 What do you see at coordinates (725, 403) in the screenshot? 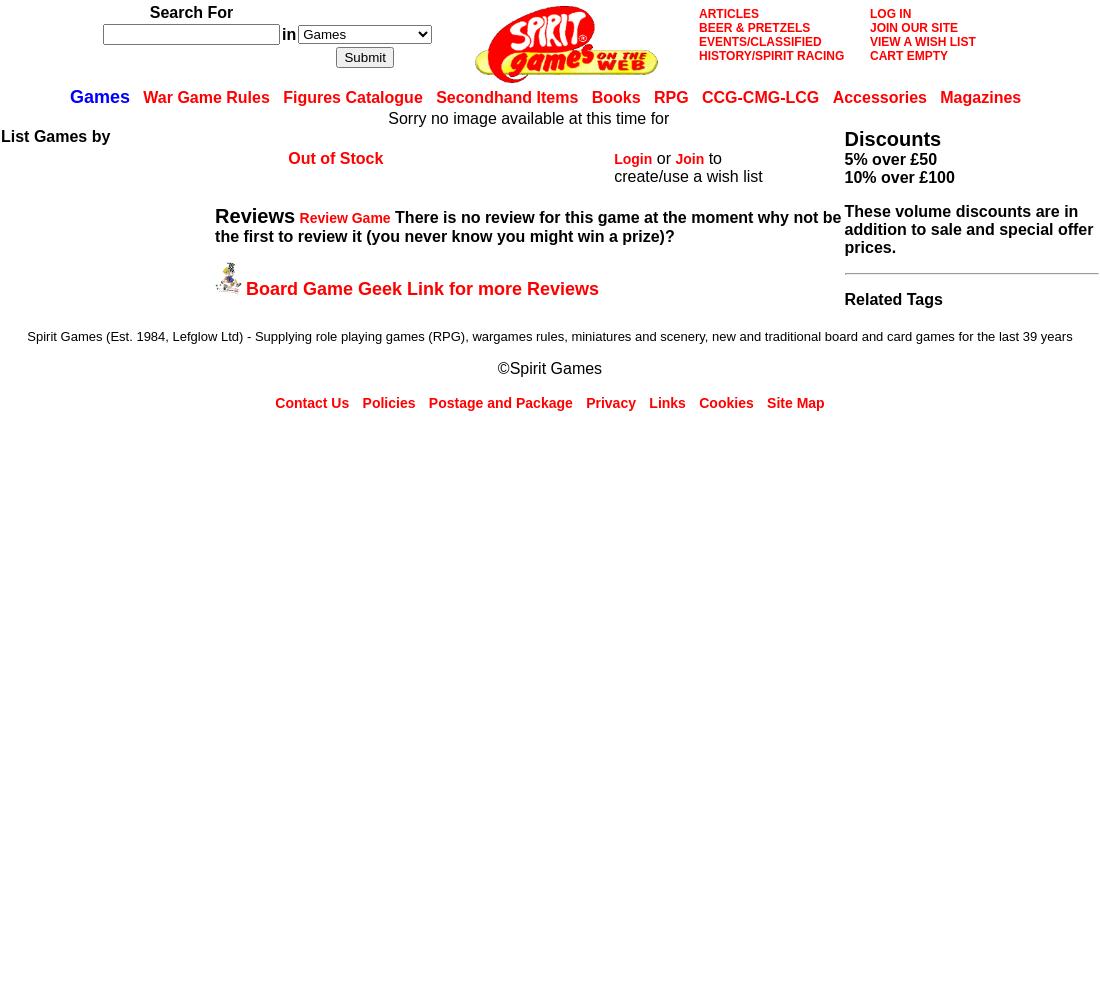
I see `'Cookies'` at bounding box center [725, 403].